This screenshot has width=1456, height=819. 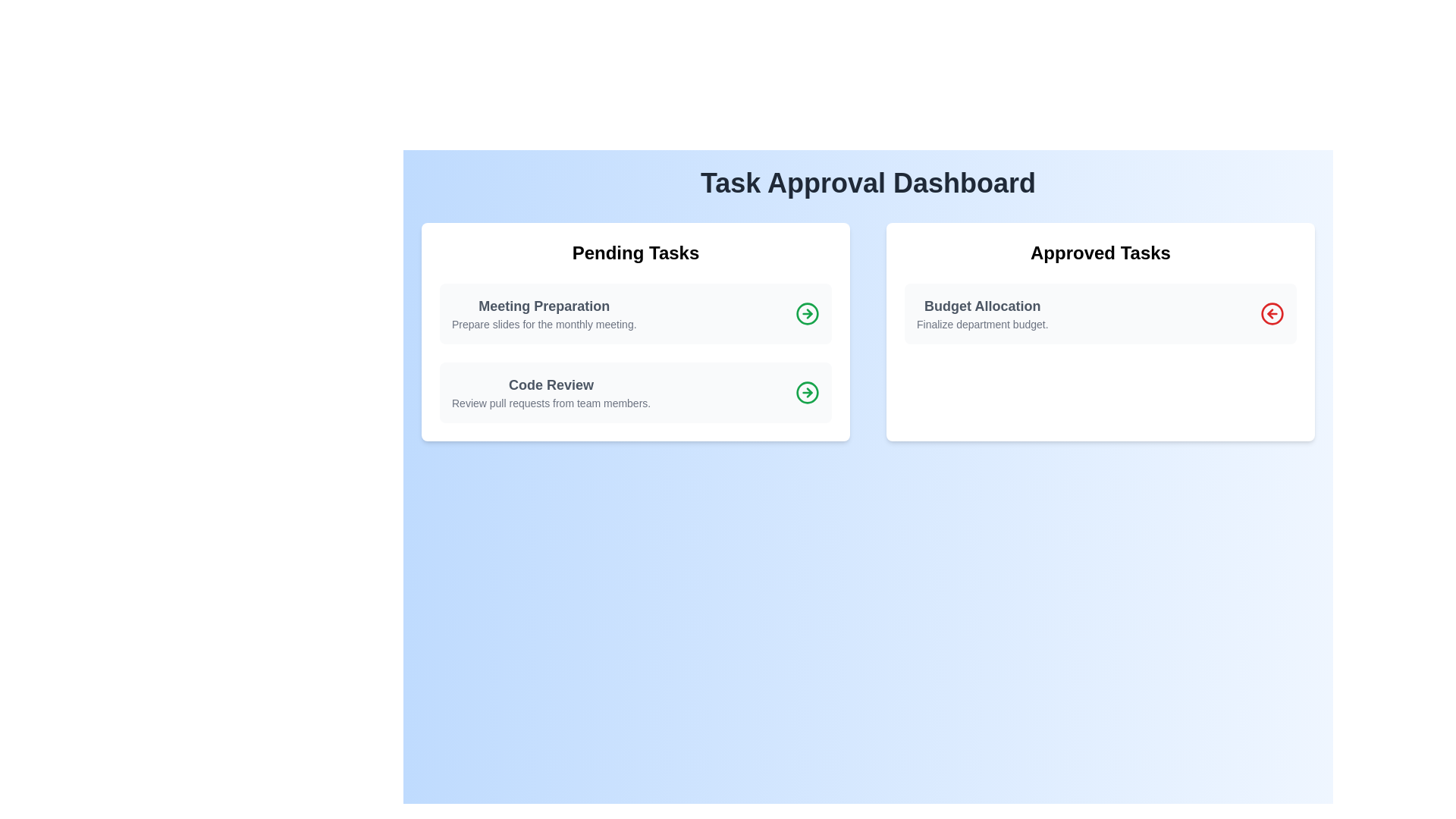 I want to click on the static text element that reads 'Finalize department budget.' located beneath the heading 'Budget Allocation' in the 'Approved Tasks' section, so click(x=982, y=324).